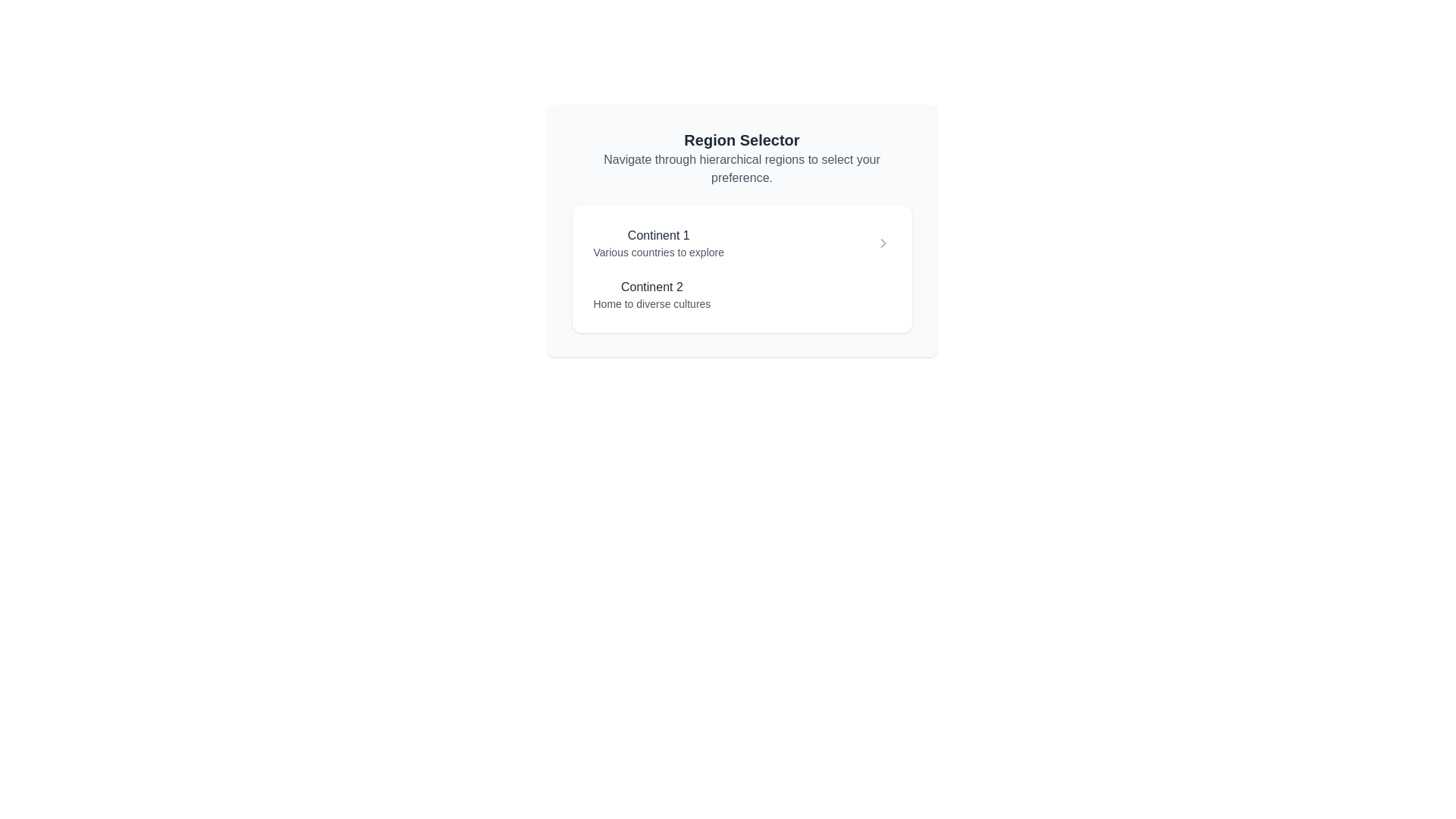 This screenshot has width=1456, height=819. I want to click on the header text label in the second row of the list that identifies the section 'Home to diverse cultures' to trigger tooltips or styles, so click(651, 287).